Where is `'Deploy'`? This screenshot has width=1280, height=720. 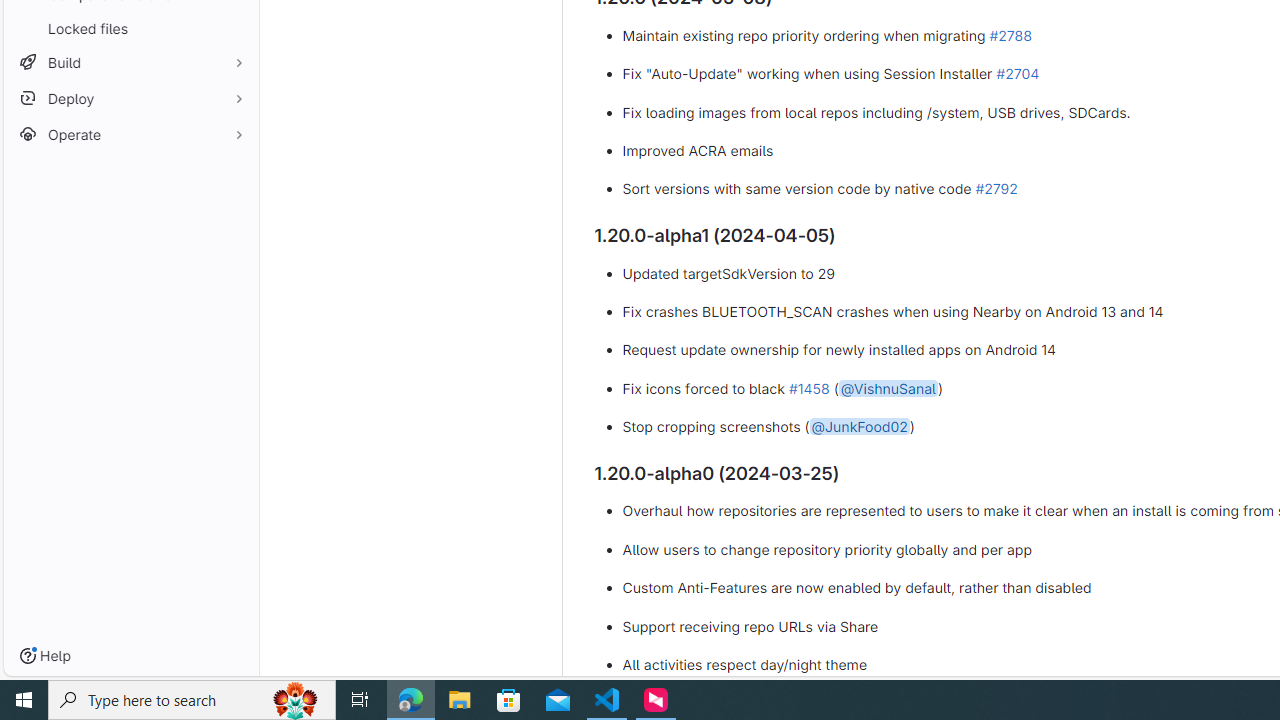 'Deploy' is located at coordinates (130, 98).